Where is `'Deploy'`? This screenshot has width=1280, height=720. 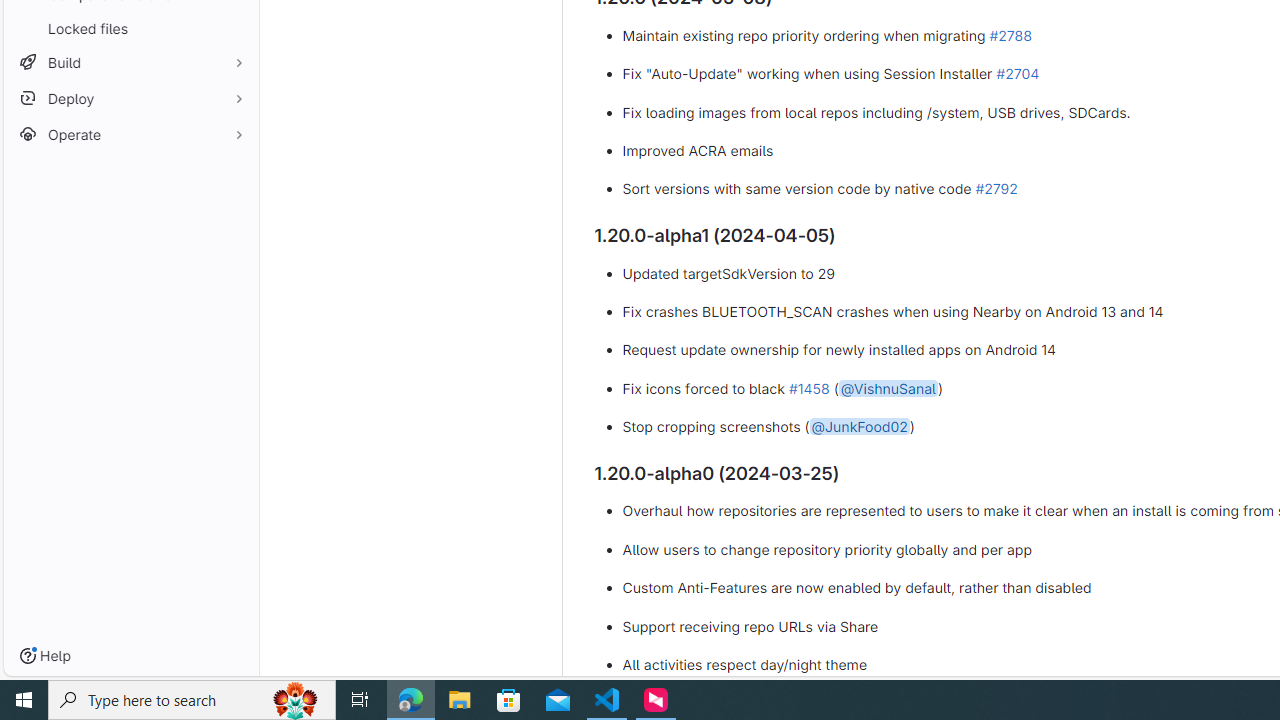 'Deploy' is located at coordinates (130, 98).